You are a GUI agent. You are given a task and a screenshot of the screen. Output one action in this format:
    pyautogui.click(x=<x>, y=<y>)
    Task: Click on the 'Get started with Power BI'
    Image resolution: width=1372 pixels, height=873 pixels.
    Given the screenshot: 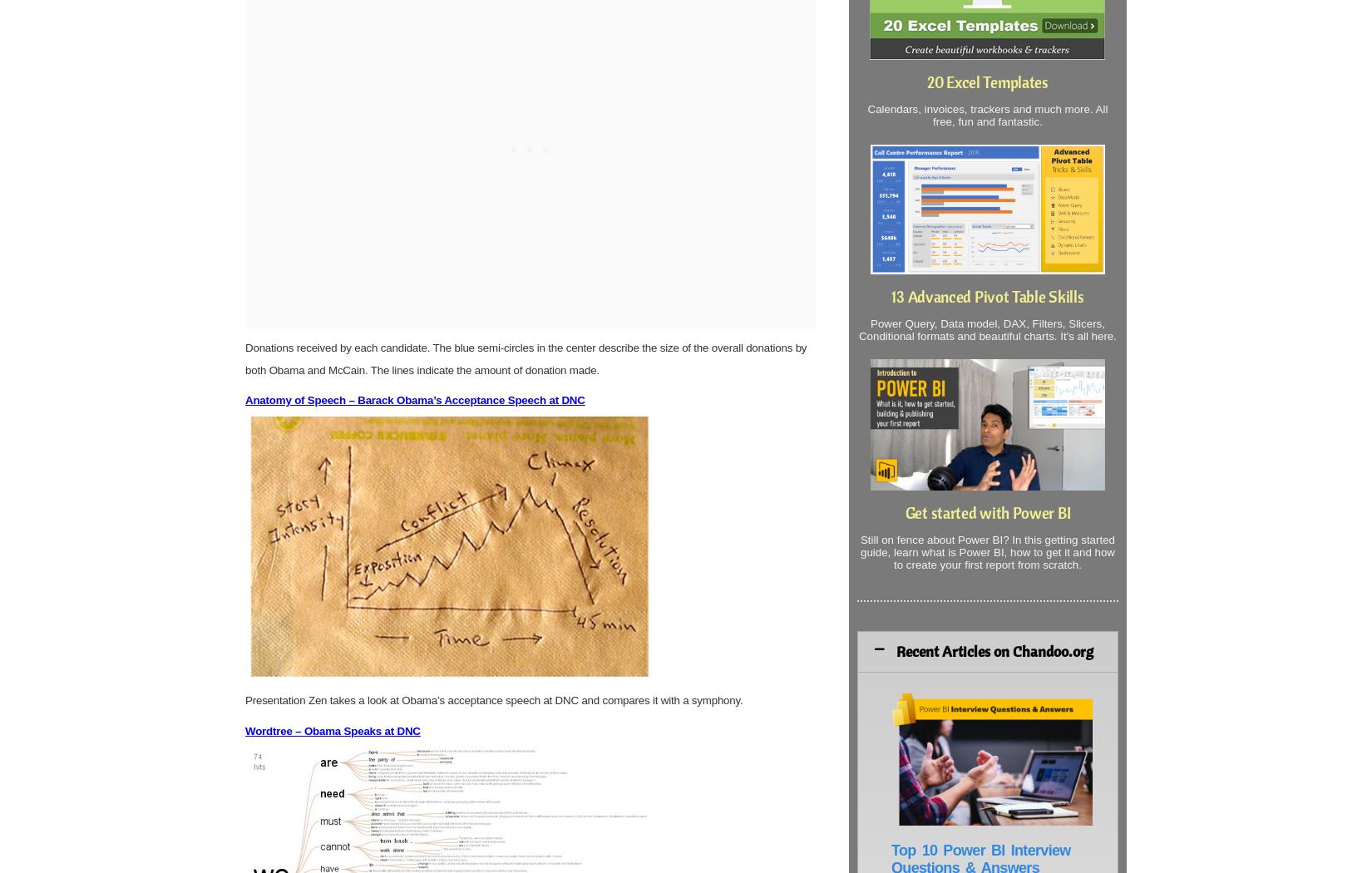 What is the action you would take?
    pyautogui.click(x=987, y=512)
    